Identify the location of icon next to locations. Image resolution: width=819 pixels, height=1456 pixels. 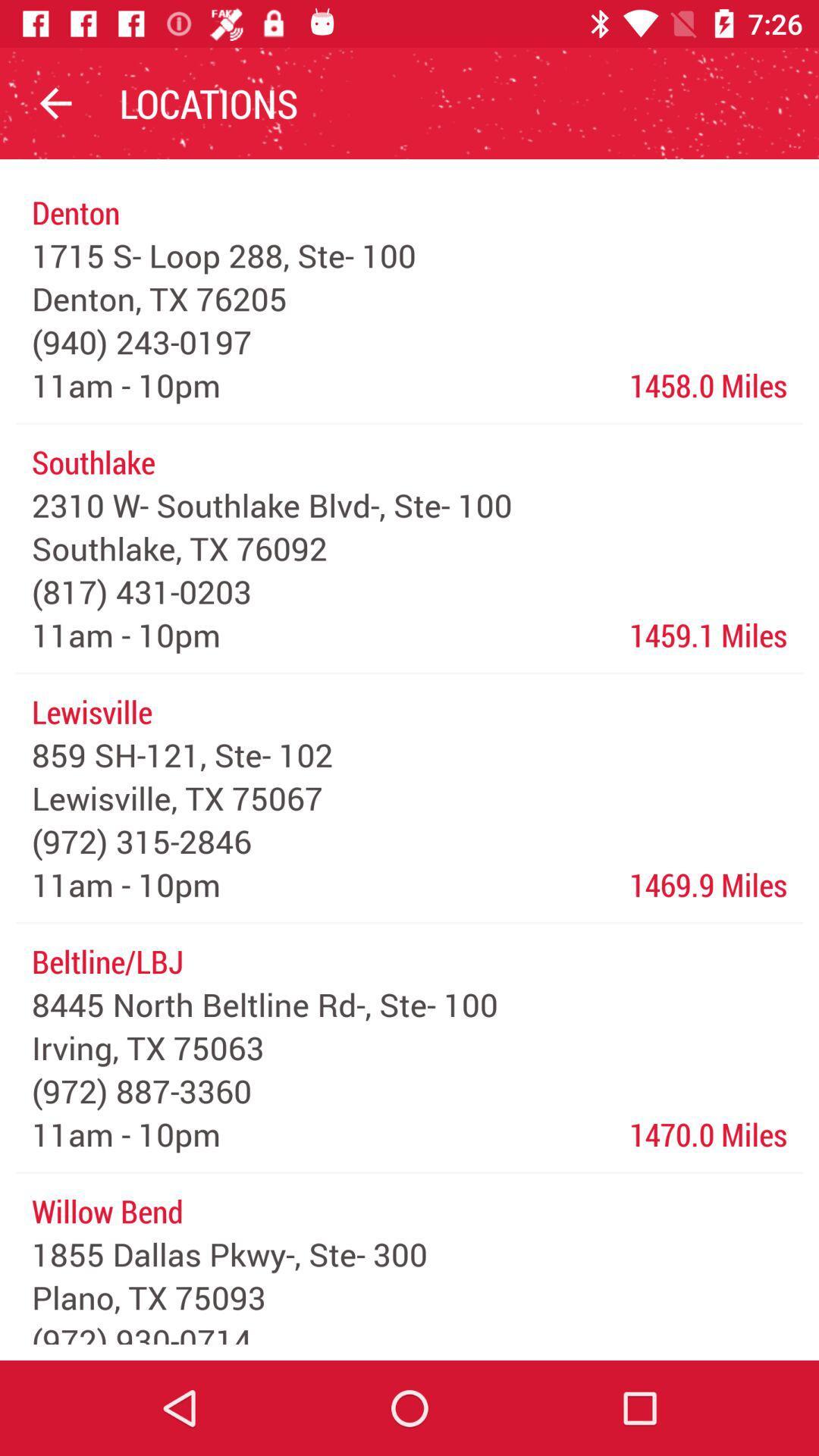
(55, 102).